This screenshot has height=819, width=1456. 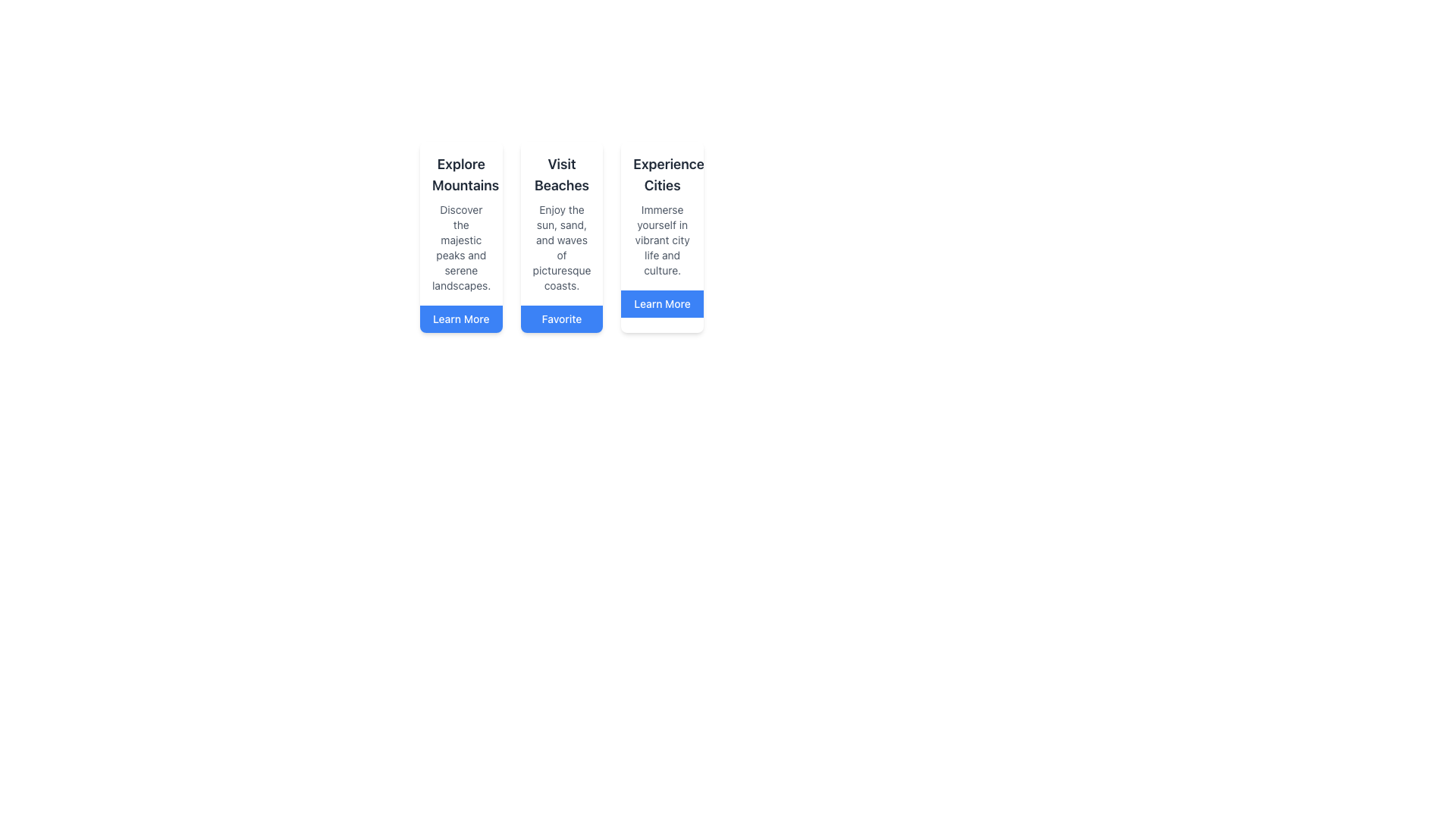 What do you see at coordinates (662, 216) in the screenshot?
I see `informational text block that highlights the theme 'Experience Cities', located in the third card from the left in a grid layout, above the 'Learn More' button` at bounding box center [662, 216].